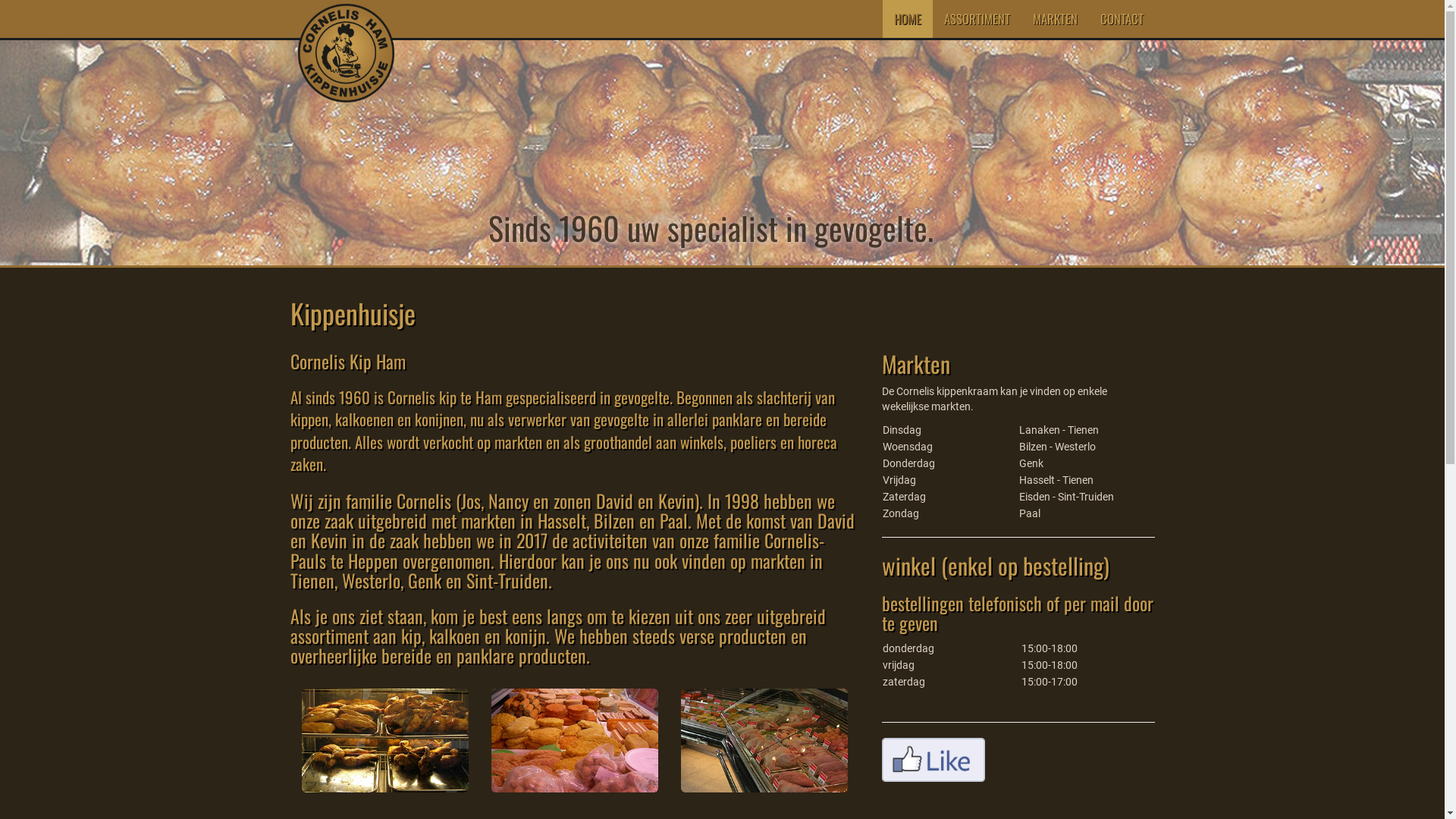 This screenshot has height=819, width=1456. I want to click on 'CONTACT', so click(1087, 18).